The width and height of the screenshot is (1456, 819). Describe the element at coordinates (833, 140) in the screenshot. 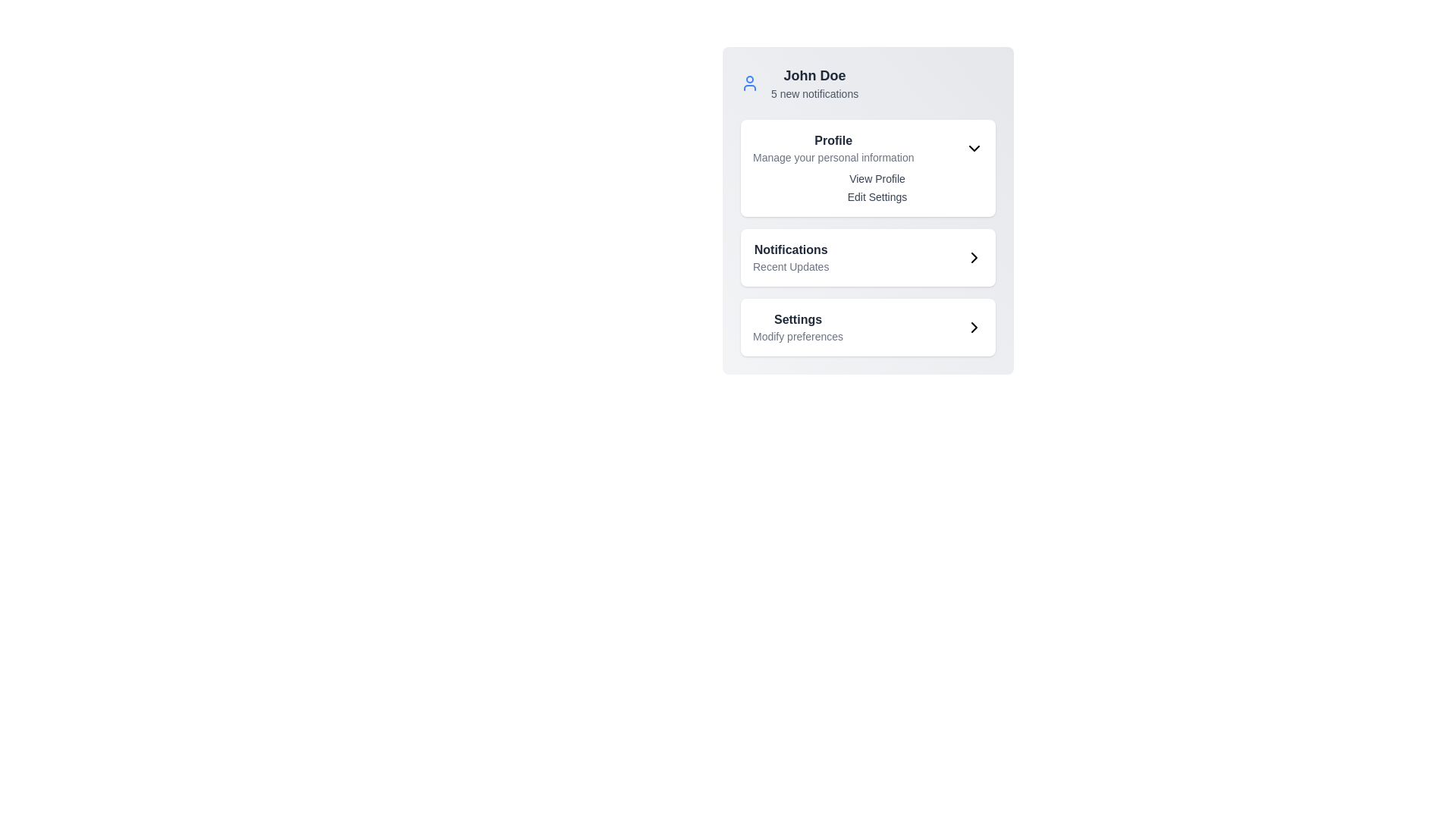

I see `the bold text label reading 'Profile' at the top of the dropdown menu` at that location.